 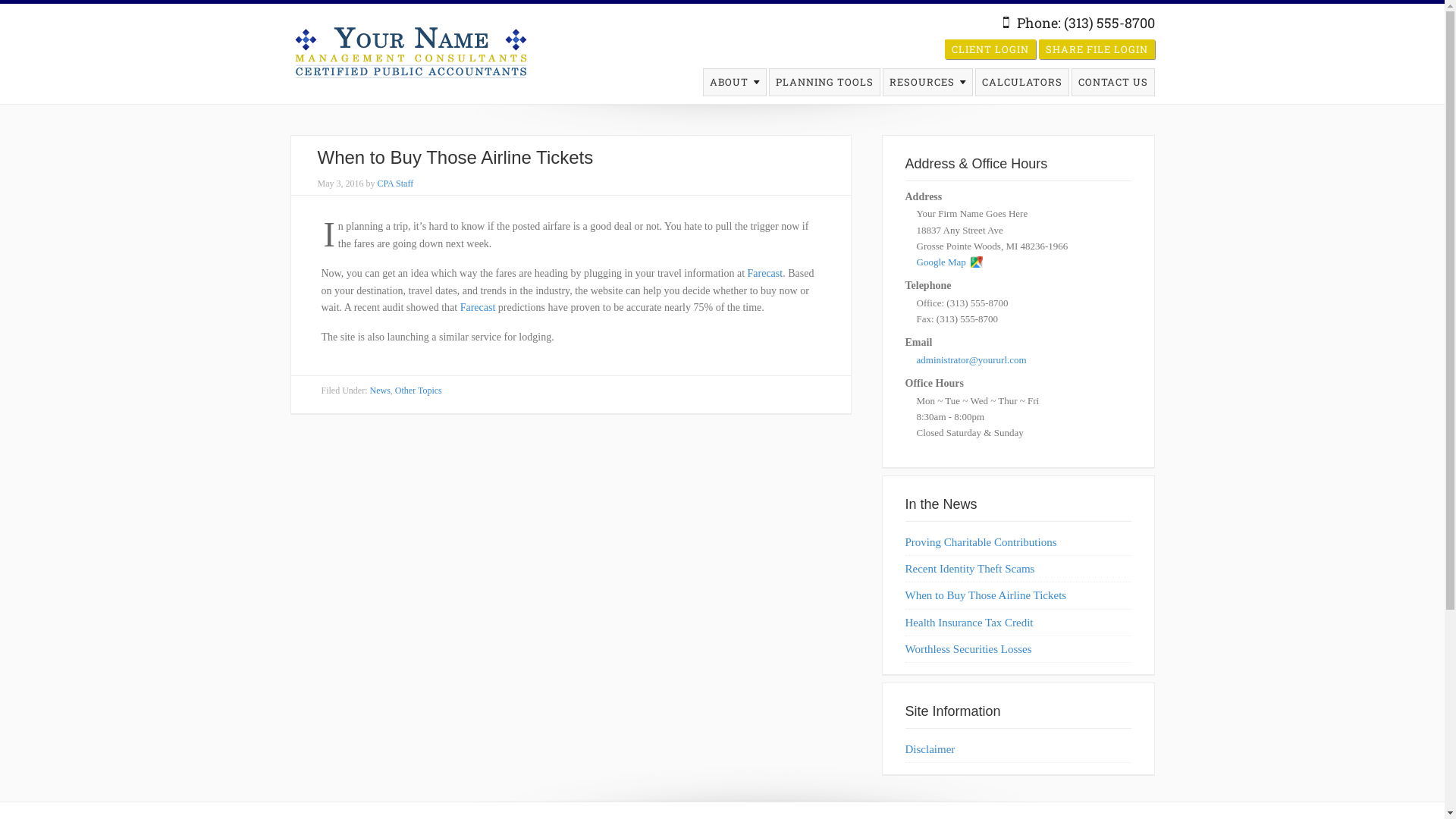 I want to click on 'Disclaimer', so click(x=905, y=748).